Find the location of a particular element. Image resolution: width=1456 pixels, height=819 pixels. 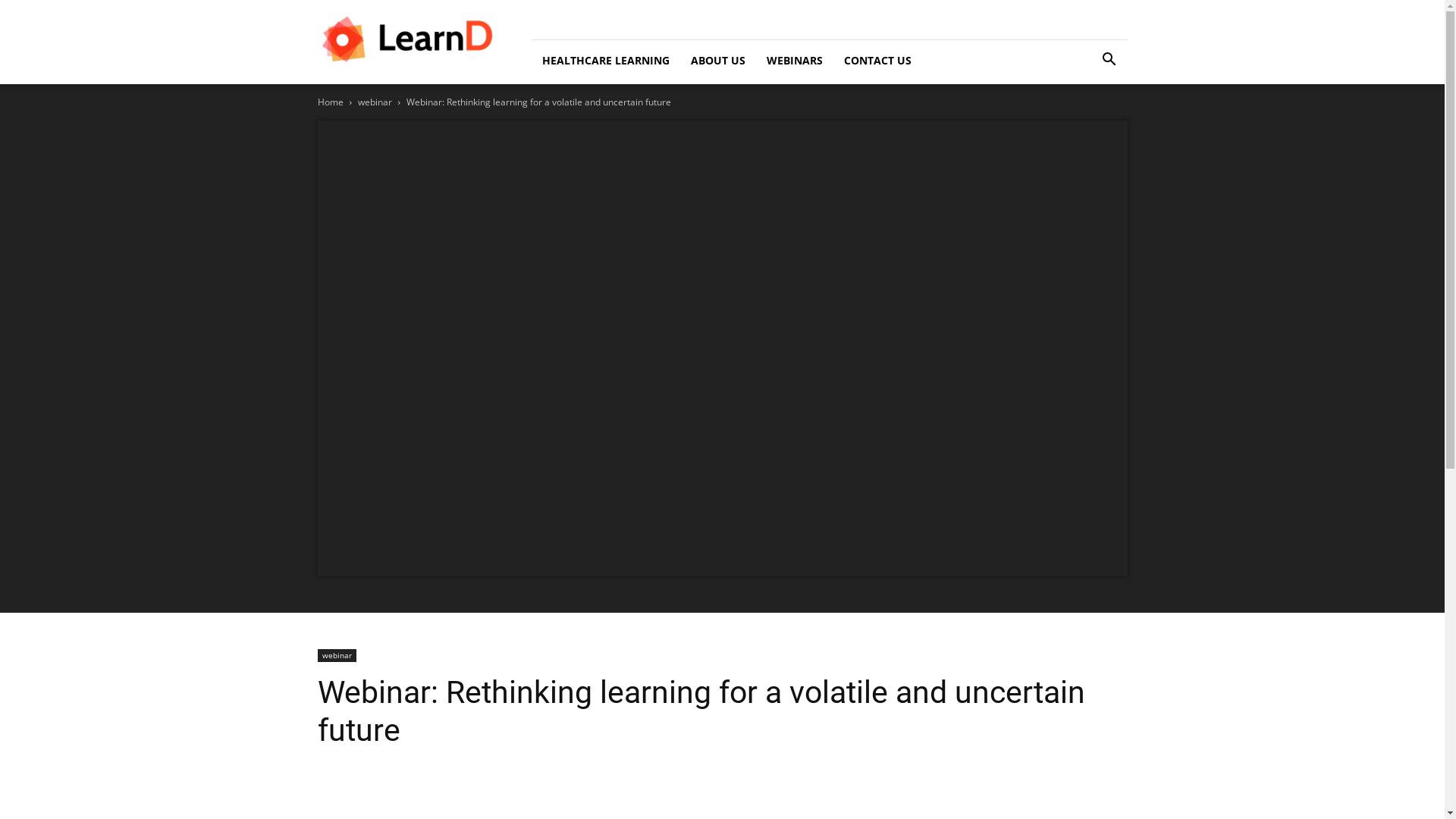

'WEBINARS' is located at coordinates (792, 59).